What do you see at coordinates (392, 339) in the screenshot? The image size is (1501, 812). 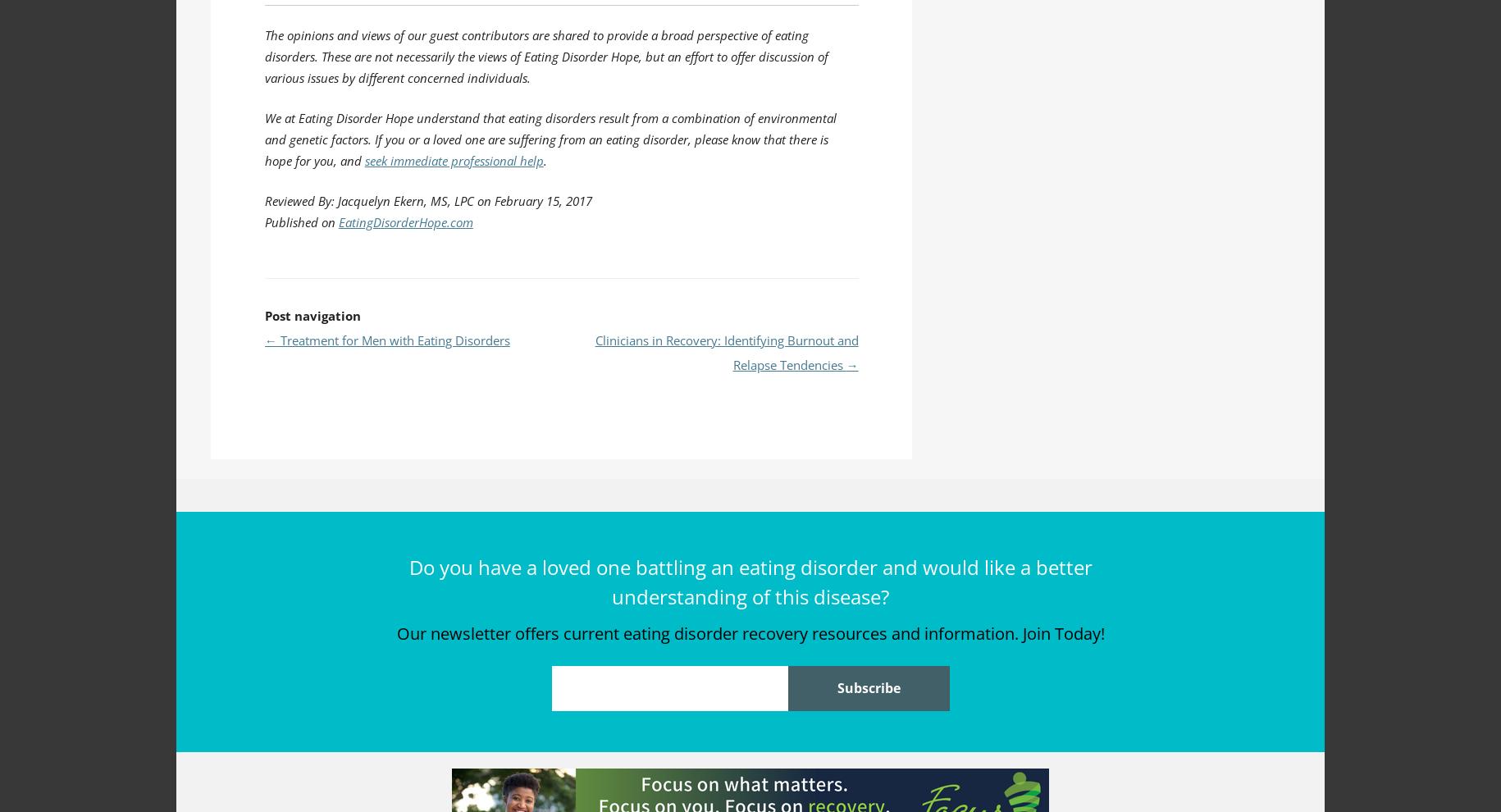 I see `'Treatment for Men with Eating Disorders'` at bounding box center [392, 339].